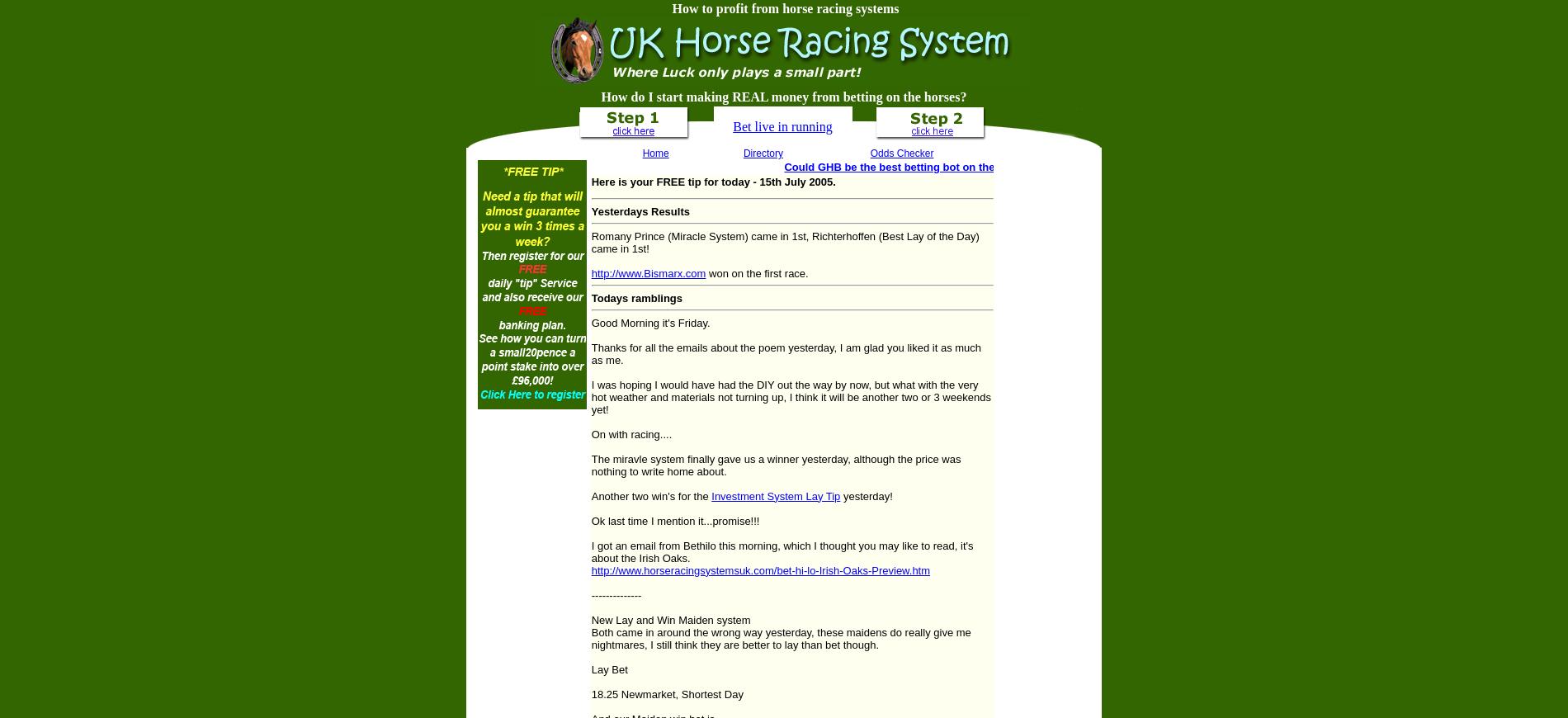 Image resolution: width=1568 pixels, height=718 pixels. I want to click on 'Romany Prince (Miracle System) came in 1st, Richterhoffen (Best Lay
of the Day) came in 1st!', so click(589, 242).